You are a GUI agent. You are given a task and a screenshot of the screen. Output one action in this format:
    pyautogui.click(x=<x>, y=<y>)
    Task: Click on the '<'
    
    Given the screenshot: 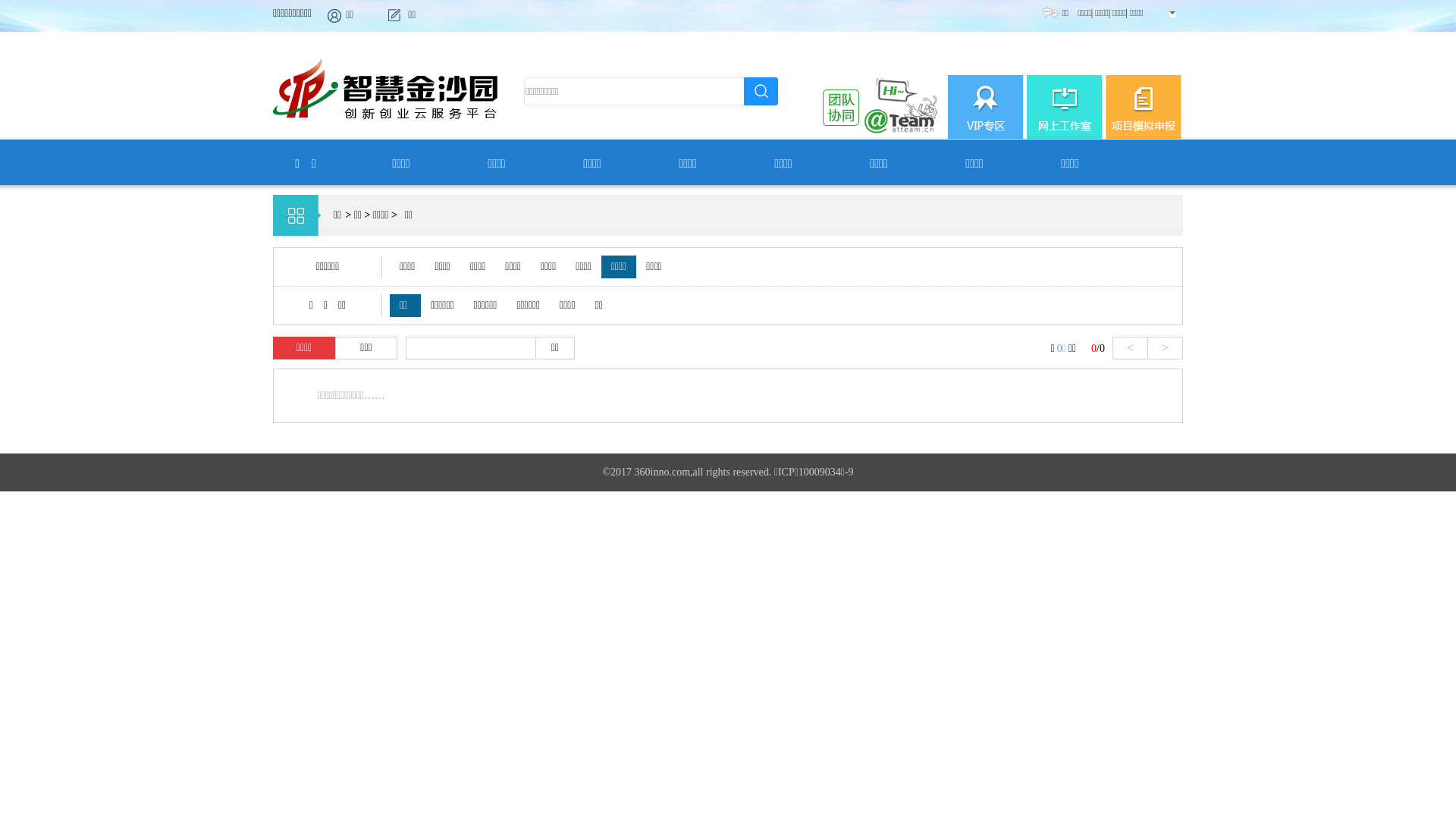 What is the action you would take?
    pyautogui.click(x=1130, y=348)
    